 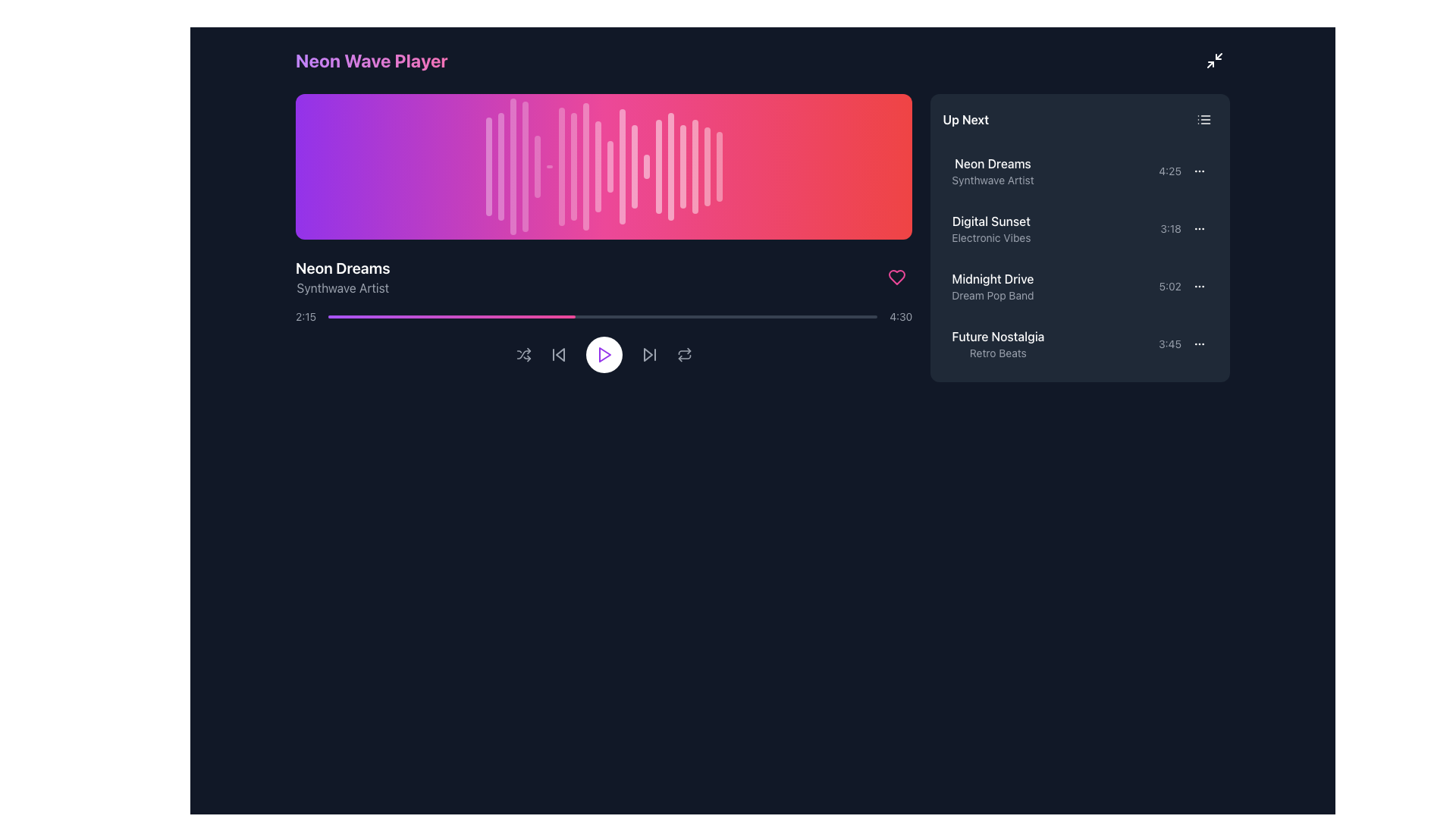 I want to click on the Icon button that resembles a list with three horizontal lines, located at the top-right section of the 'Up Next' box, so click(x=1203, y=119).